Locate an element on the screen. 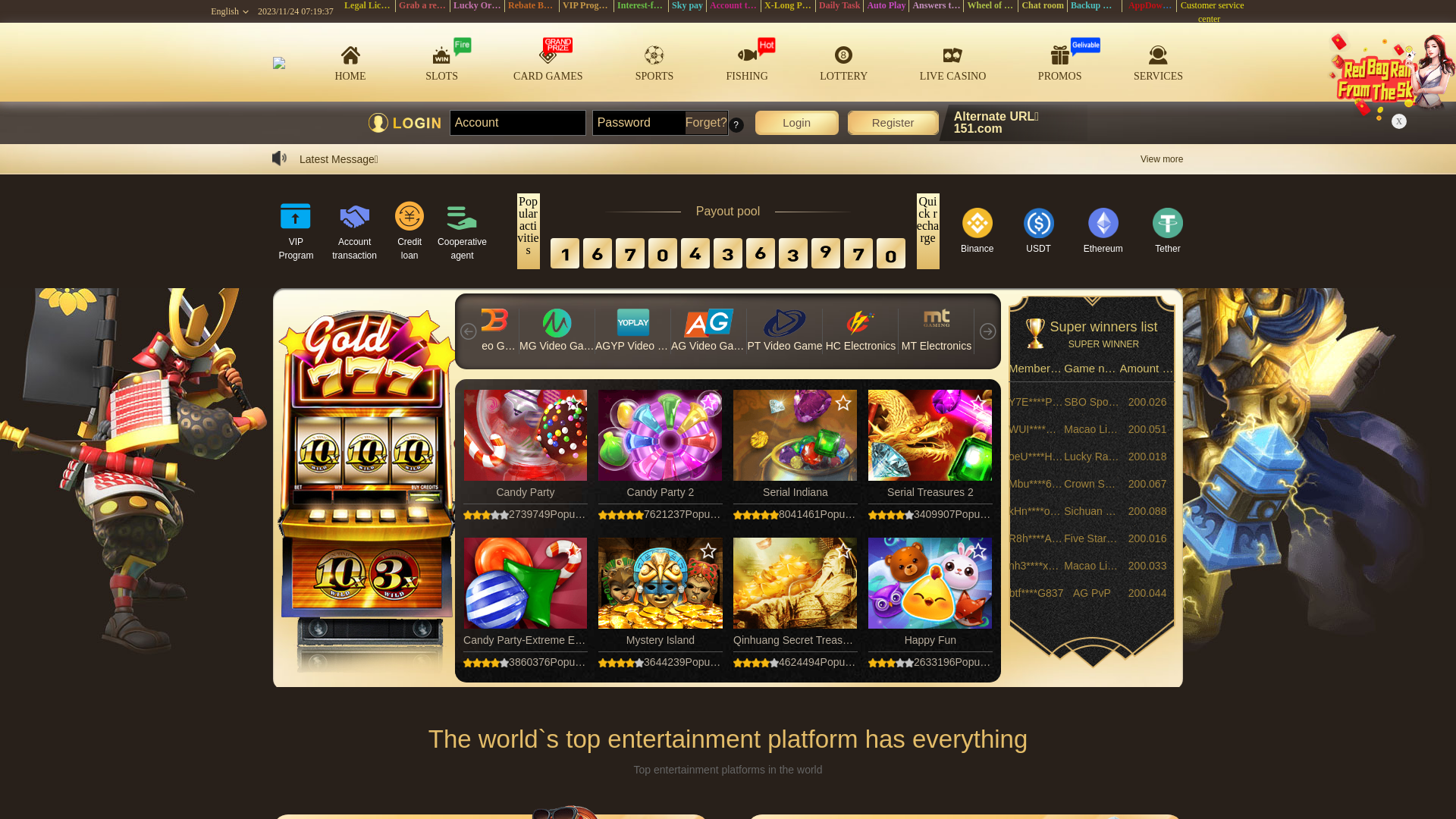 The height and width of the screenshot is (819, 1456). 'PROMOS' is located at coordinates (1059, 61).